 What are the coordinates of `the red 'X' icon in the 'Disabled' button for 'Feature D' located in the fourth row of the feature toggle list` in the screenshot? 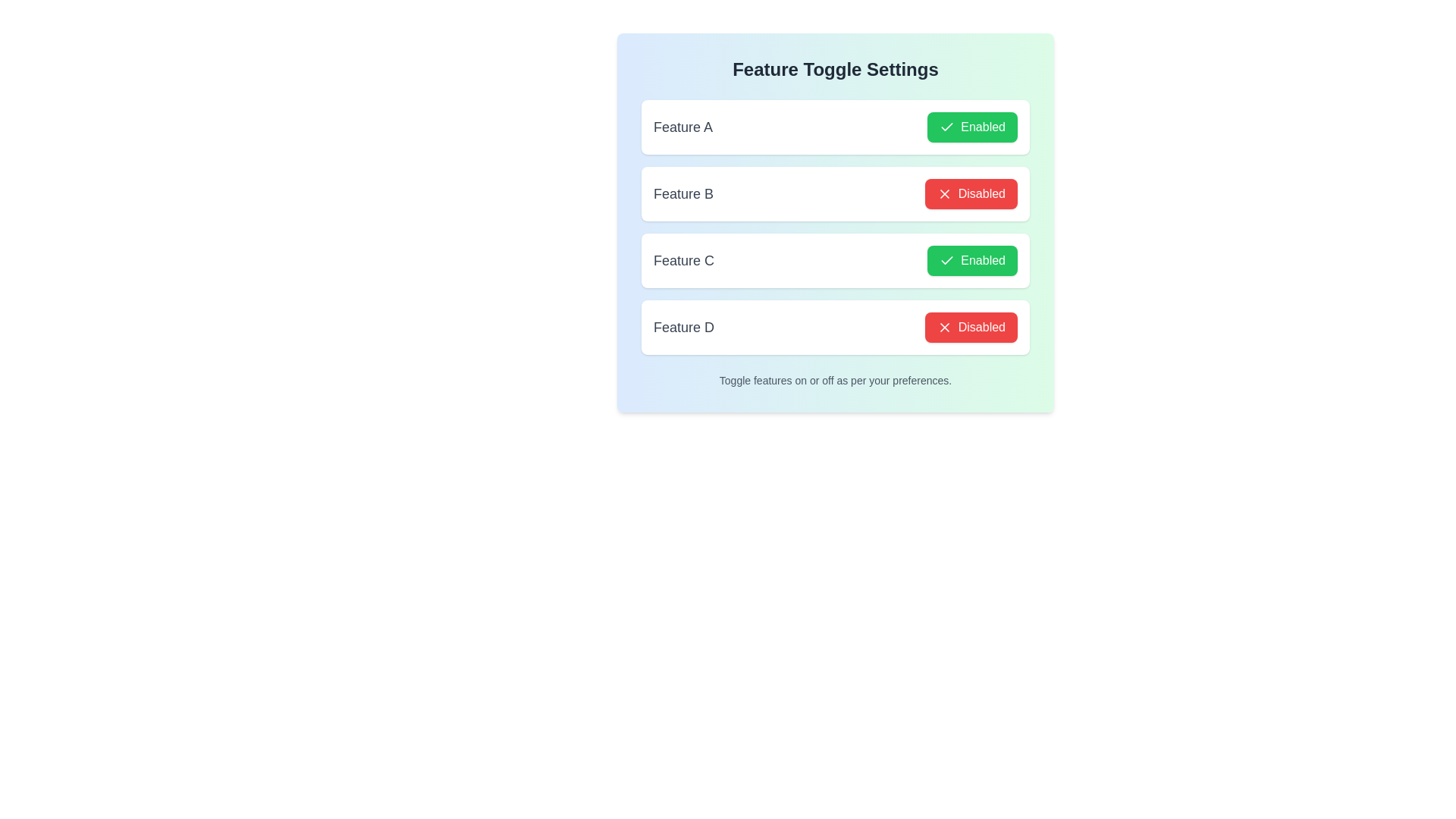 It's located at (943, 193).